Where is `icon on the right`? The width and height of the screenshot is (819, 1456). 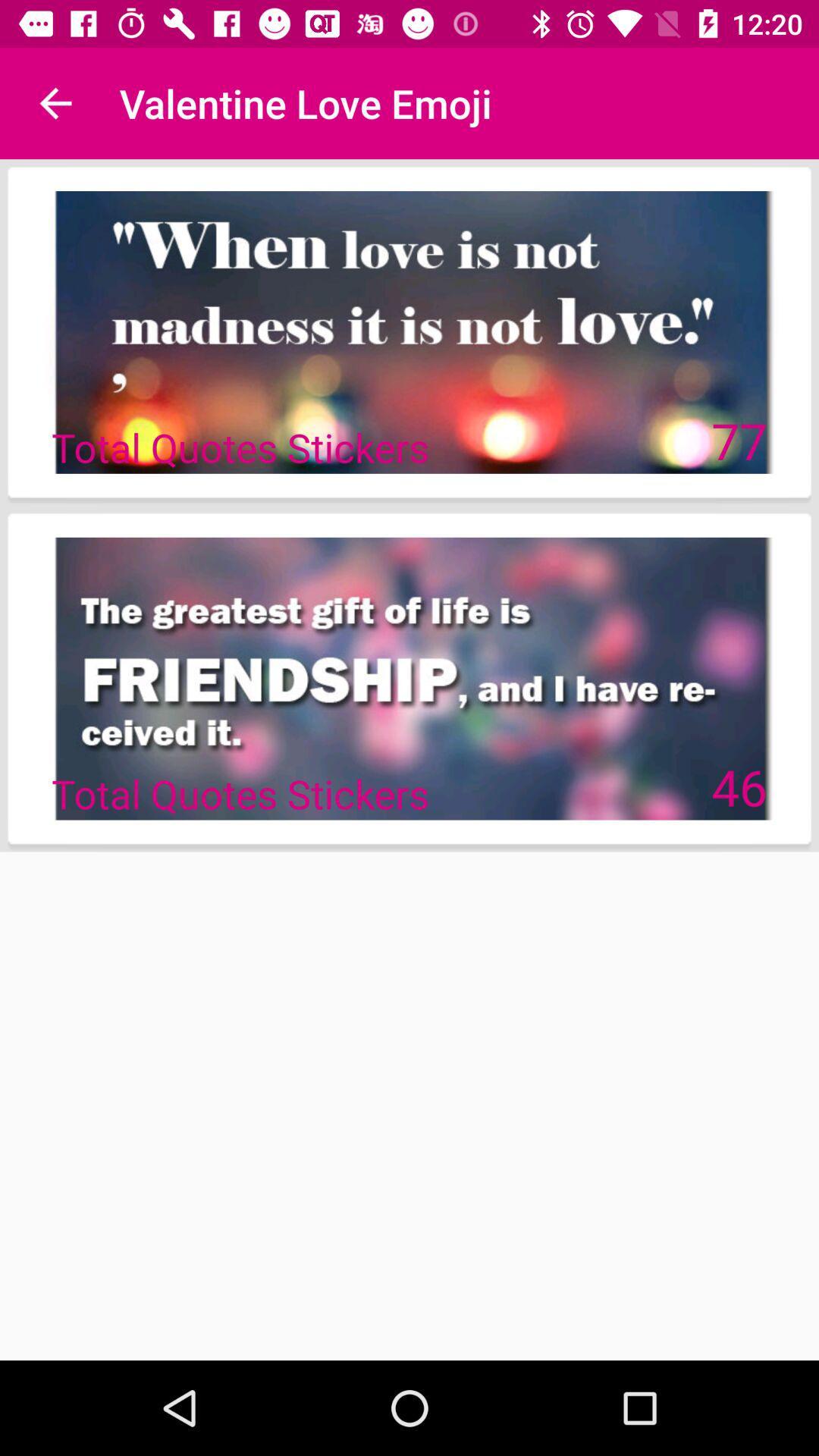
icon on the right is located at coordinates (739, 786).